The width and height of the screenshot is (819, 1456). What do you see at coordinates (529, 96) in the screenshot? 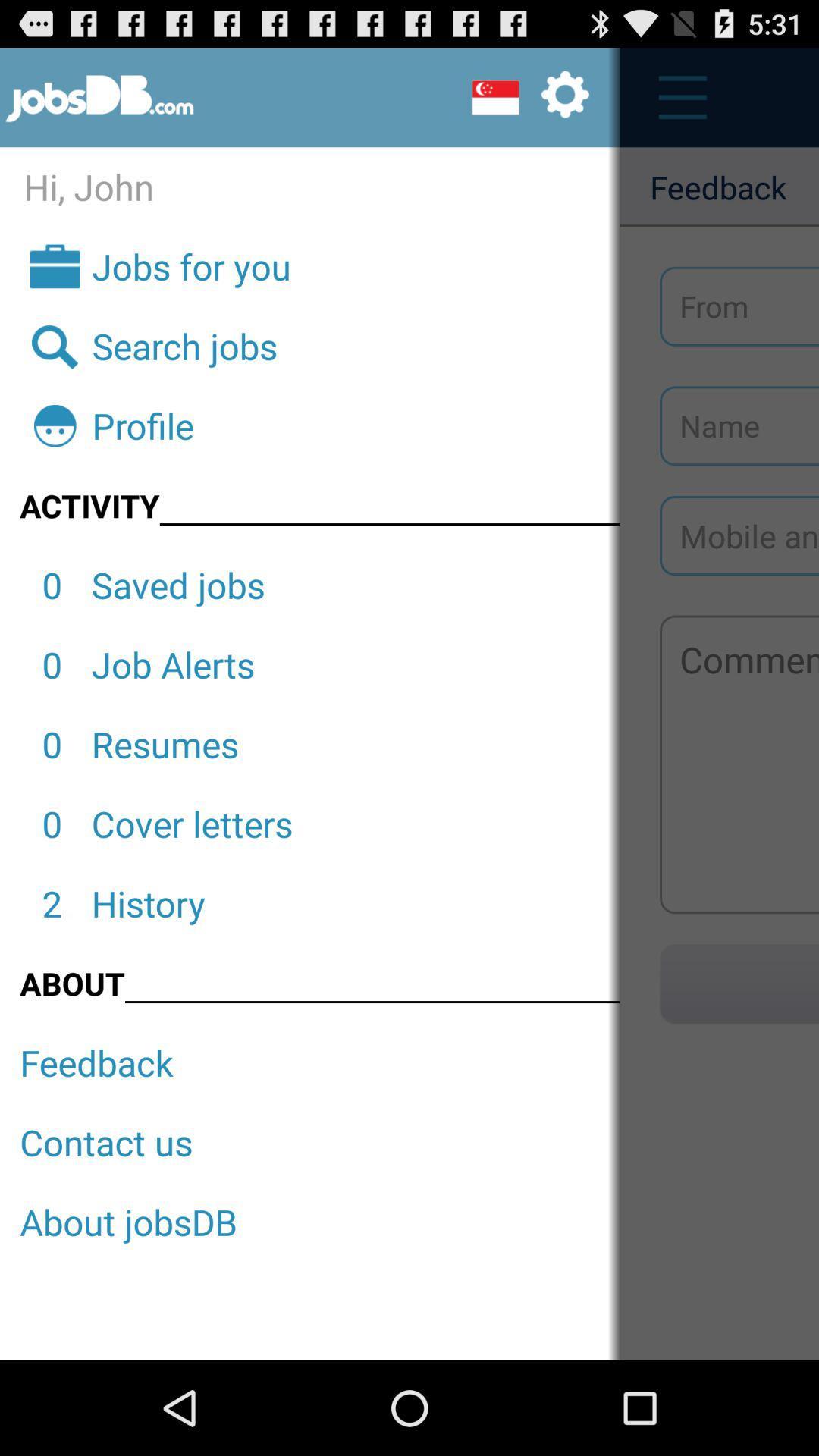
I see `country options` at bounding box center [529, 96].